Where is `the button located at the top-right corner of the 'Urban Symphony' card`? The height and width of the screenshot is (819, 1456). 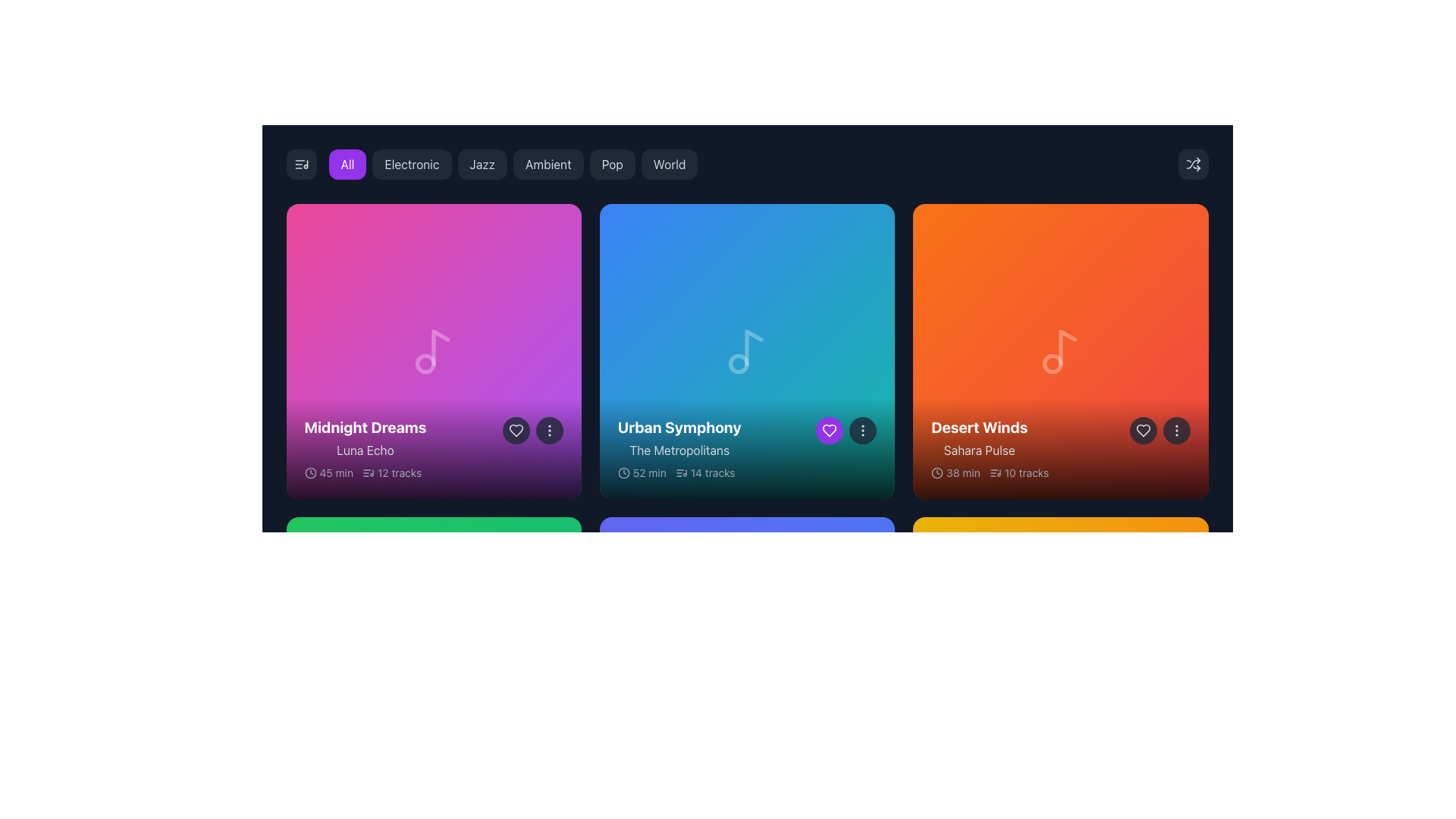 the button located at the top-right corner of the 'Urban Symphony' card is located at coordinates (863, 431).